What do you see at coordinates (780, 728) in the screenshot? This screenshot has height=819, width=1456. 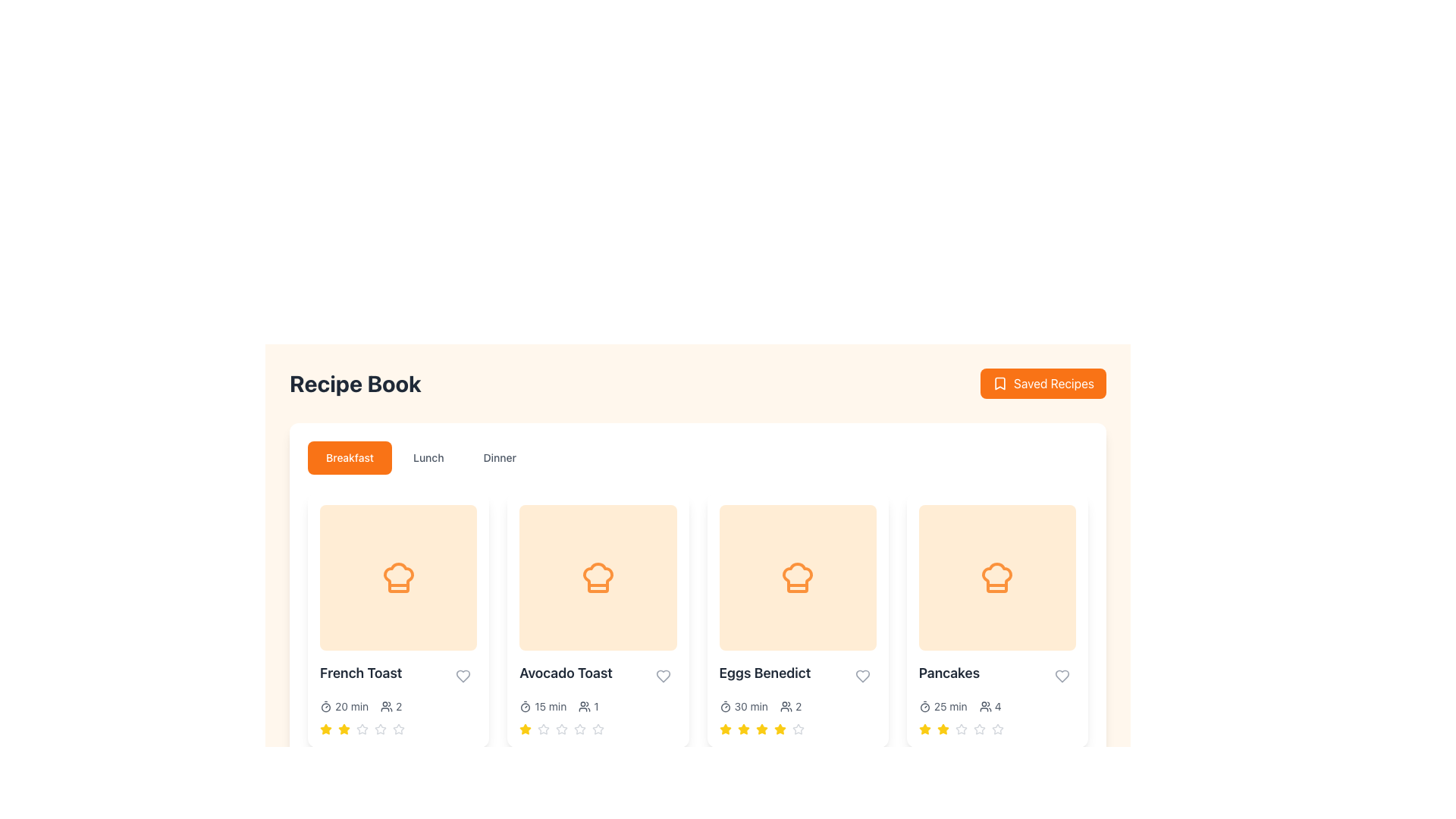 I see `the third yellow star icon in the rating component under the 'Eggs Benedict' recipe card` at bounding box center [780, 728].